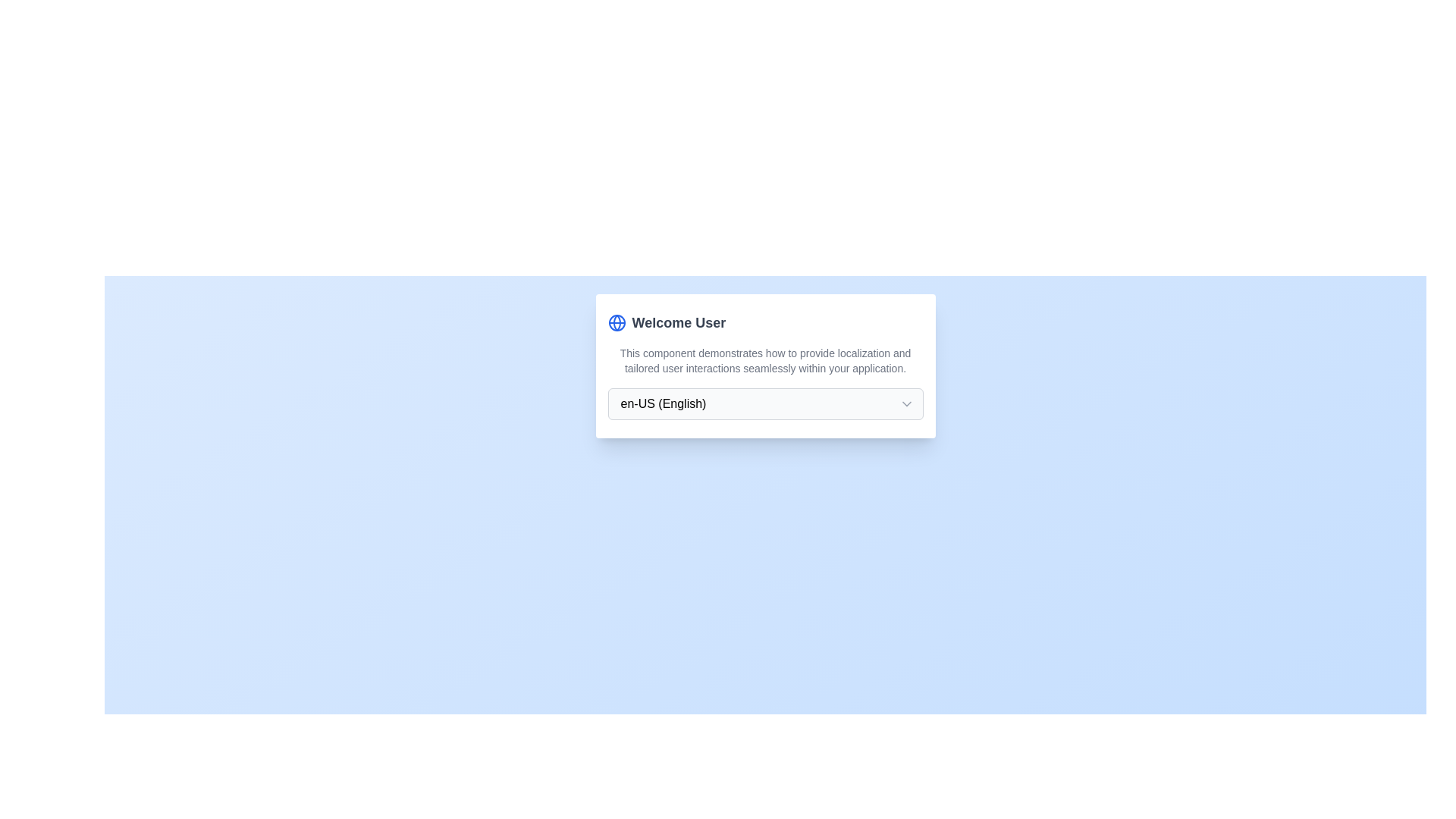 This screenshot has height=819, width=1456. I want to click on an option from the dropdown menu that has a rounded border, light gray background, and a placeholder text reading 'en-US (English)', so click(765, 403).